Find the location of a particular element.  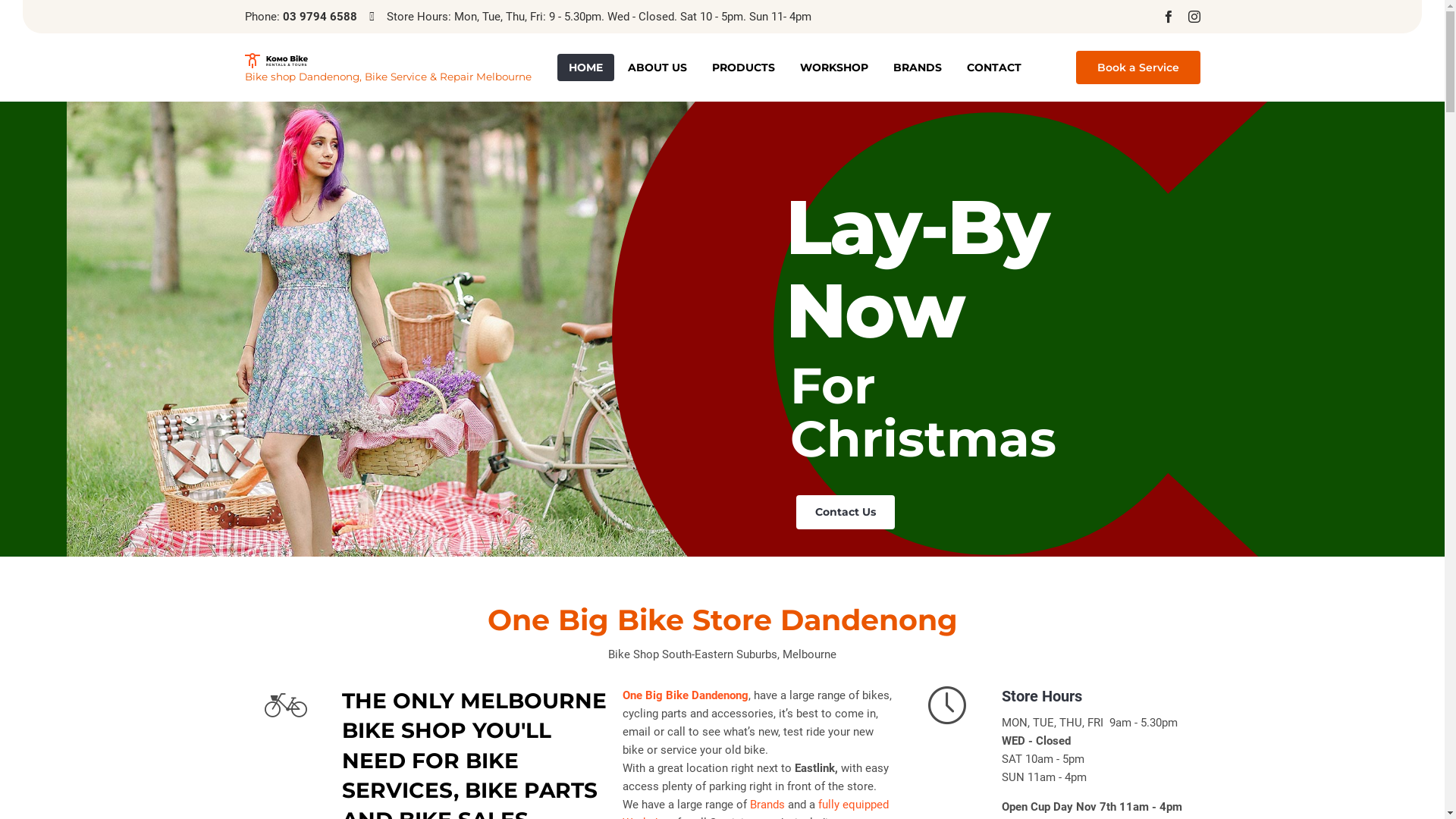

'Book a Service' is located at coordinates (1137, 66).